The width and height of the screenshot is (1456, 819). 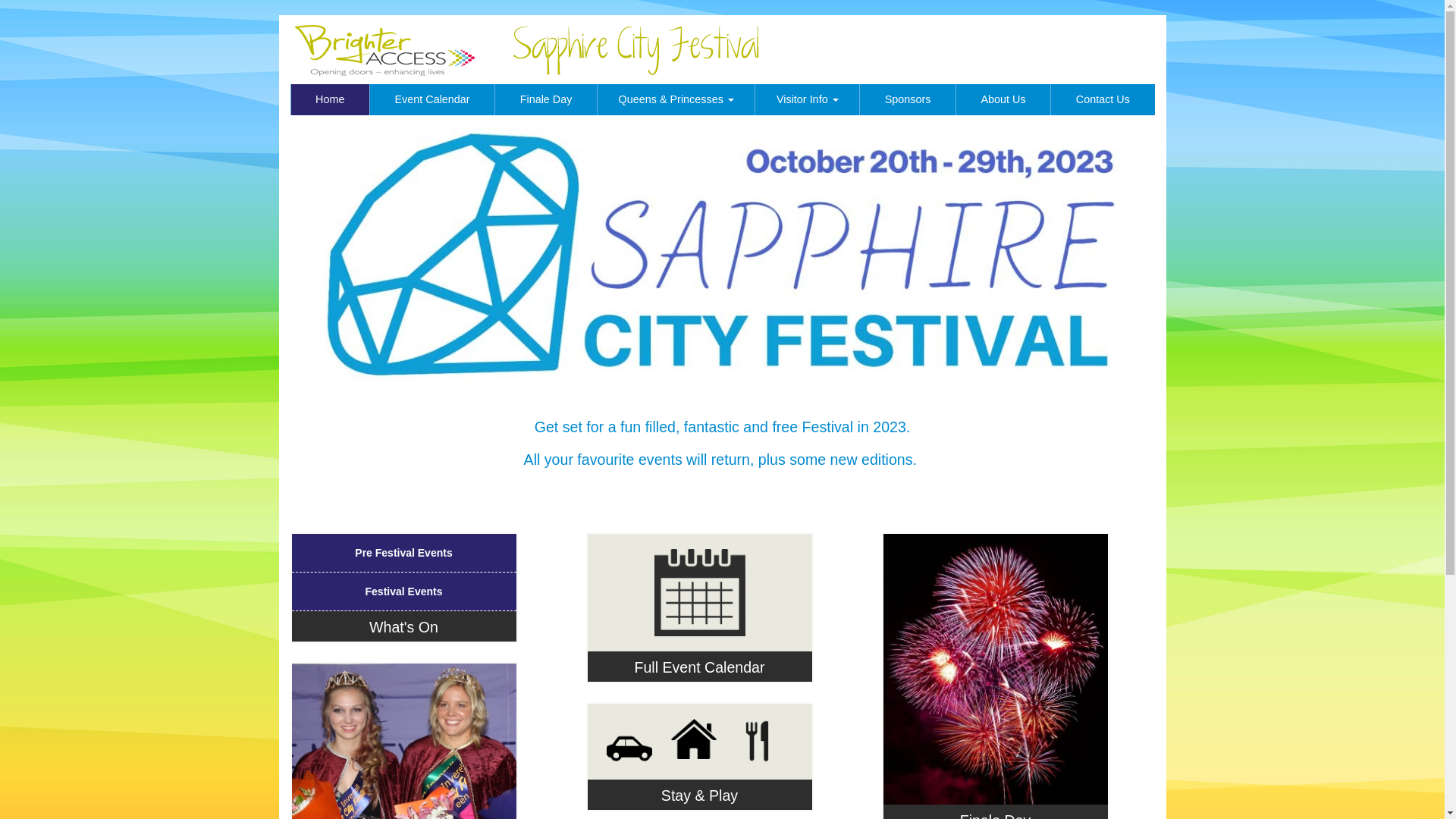 What do you see at coordinates (754, 99) in the screenshot?
I see `'Visitor Info '` at bounding box center [754, 99].